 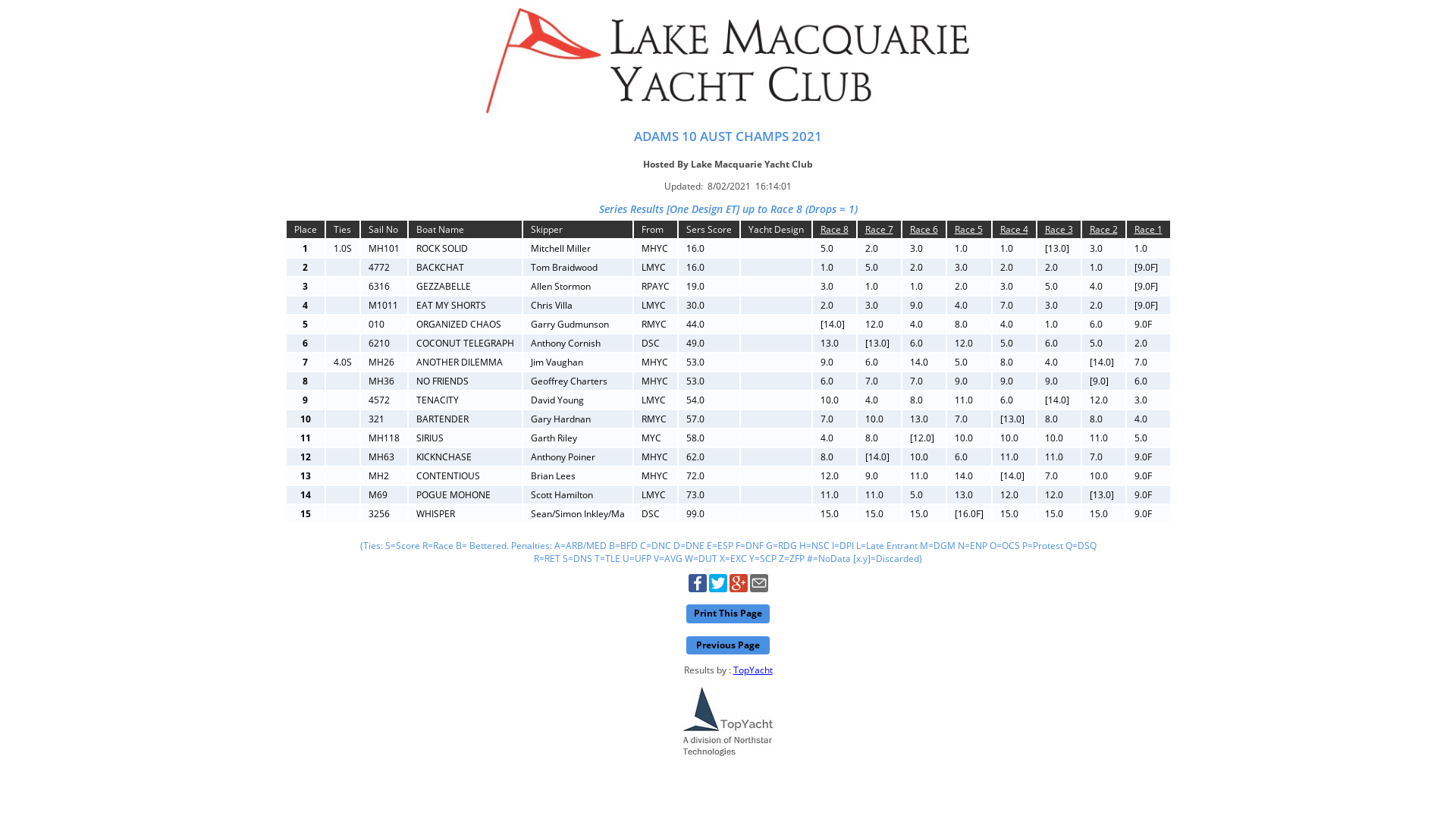 I want to click on 'Race 4', so click(x=1013, y=229).